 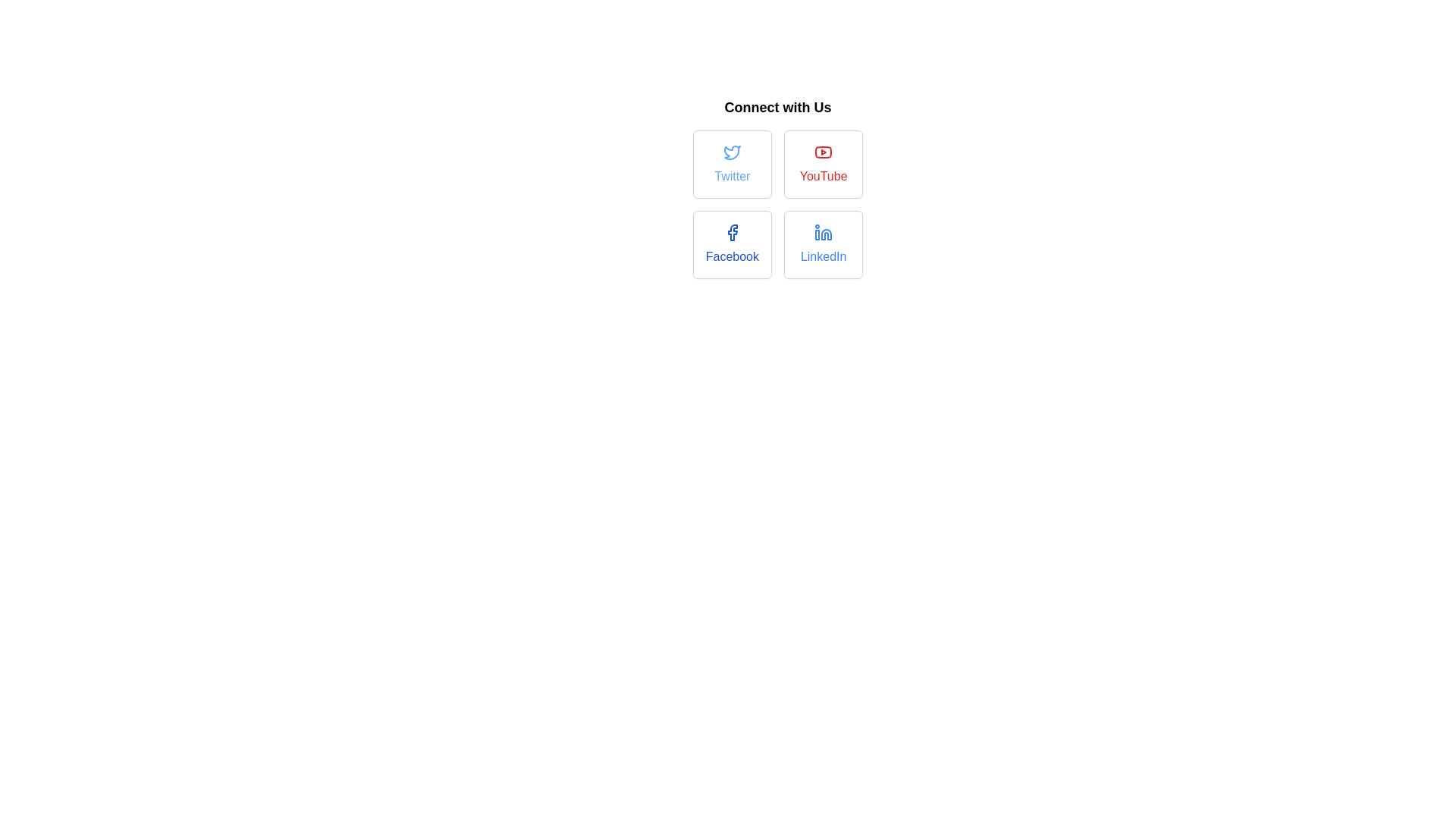 What do you see at coordinates (732, 175) in the screenshot?
I see `label text for the Twitter social media link located under the Twitter icon in the top-left quadrant of the grouped buttons` at bounding box center [732, 175].